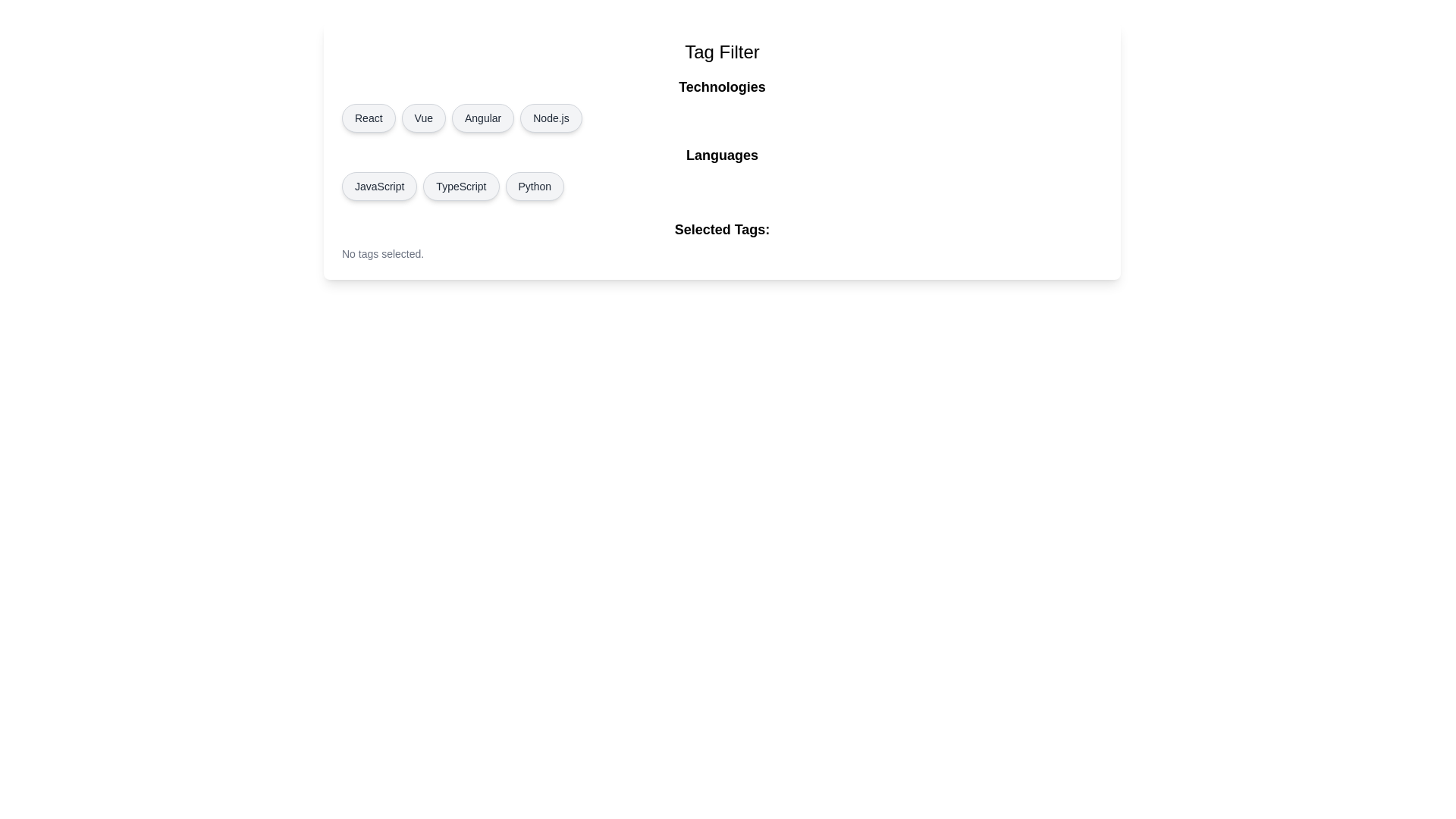 This screenshot has height=819, width=1456. Describe the element at coordinates (482, 117) in the screenshot. I see `the 'Angular' button, which is the third button in a group of four technology tags located in the upper-middle part of the interface` at that location.